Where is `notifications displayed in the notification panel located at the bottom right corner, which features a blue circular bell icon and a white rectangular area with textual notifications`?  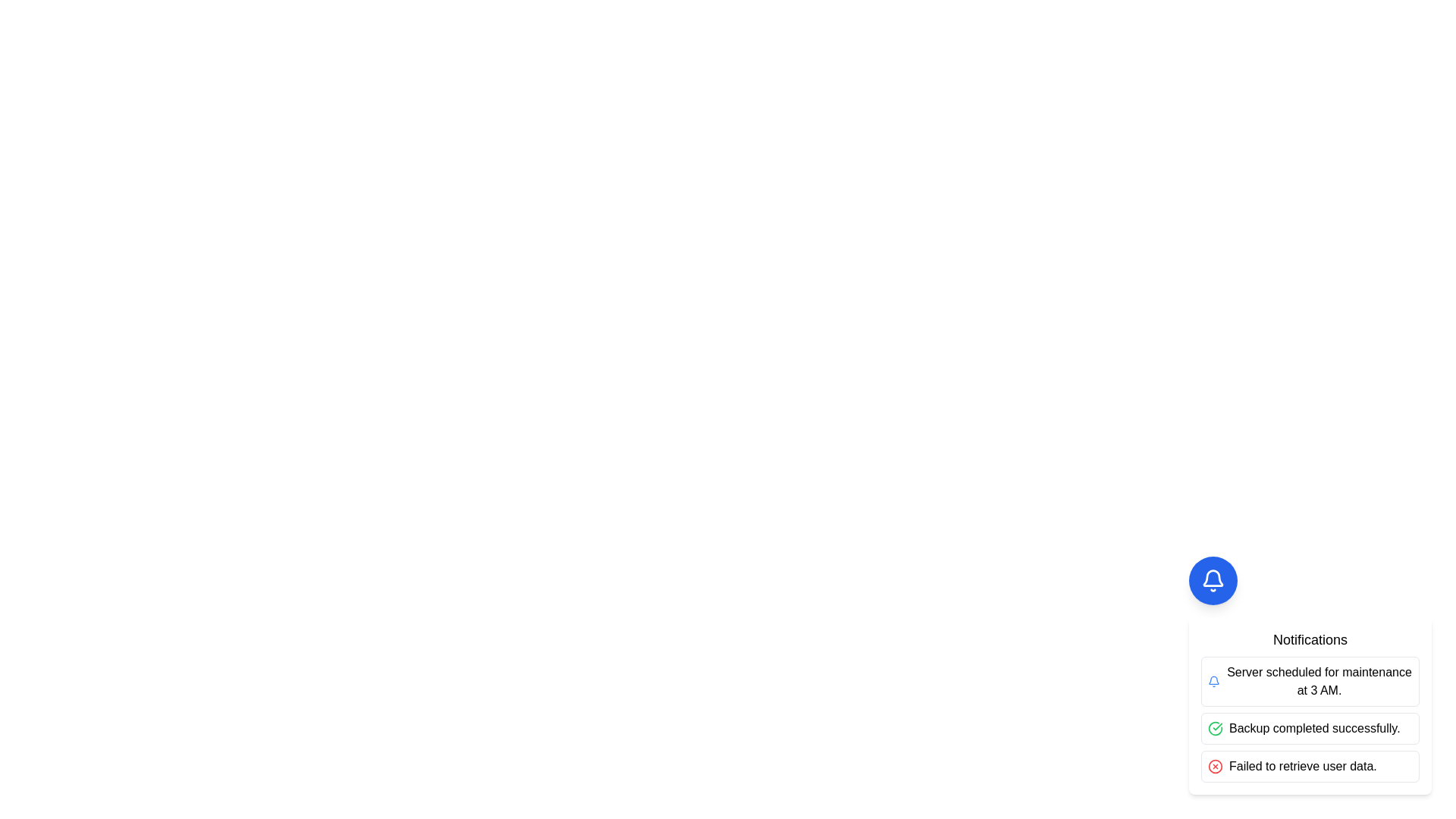 notifications displayed in the notification panel located at the bottom right corner, which features a blue circular bell icon and a white rectangular area with textual notifications is located at coordinates (1310, 675).